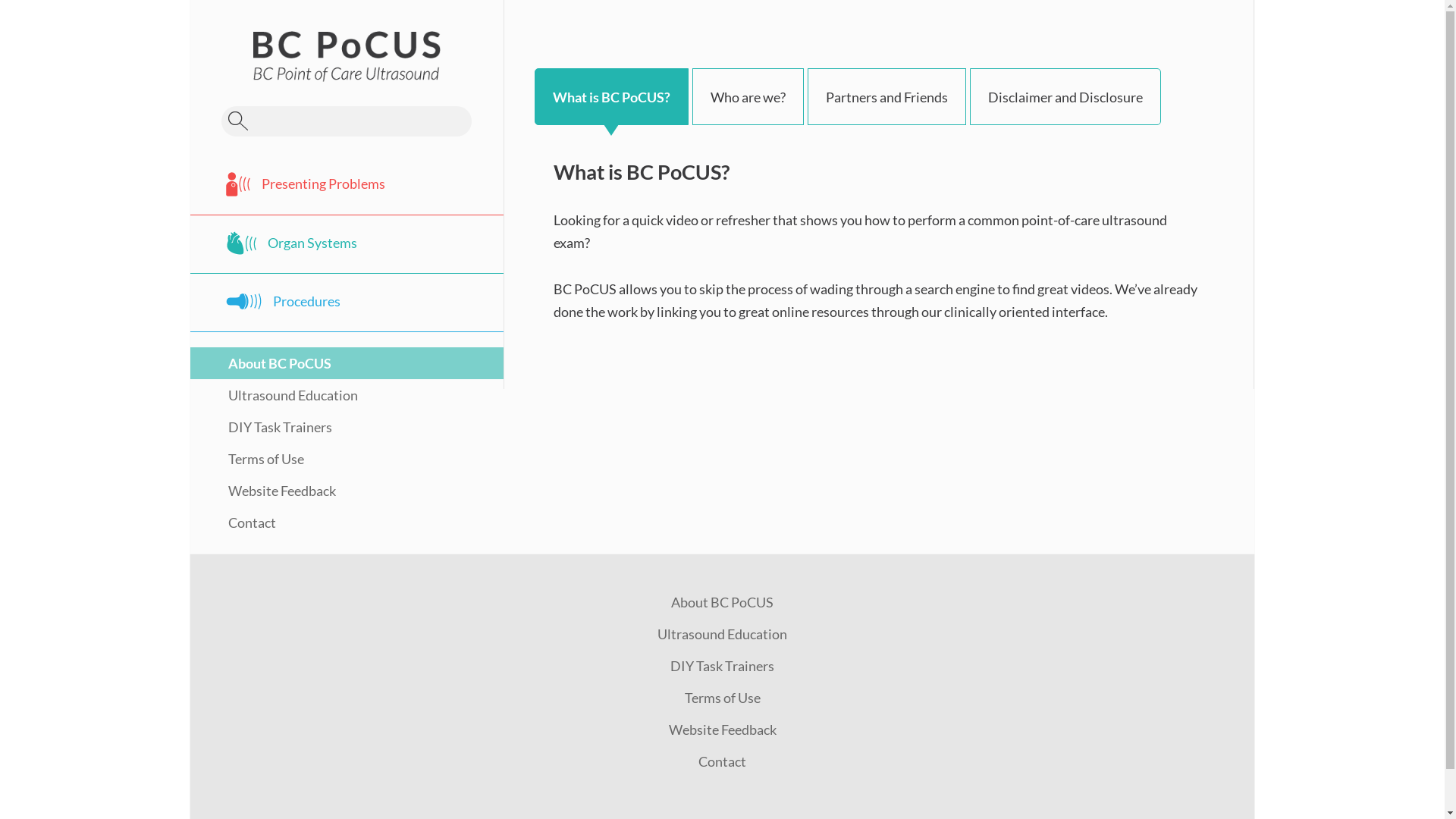 The image size is (1456, 819). I want to click on 'Website Feedback', so click(668, 728).